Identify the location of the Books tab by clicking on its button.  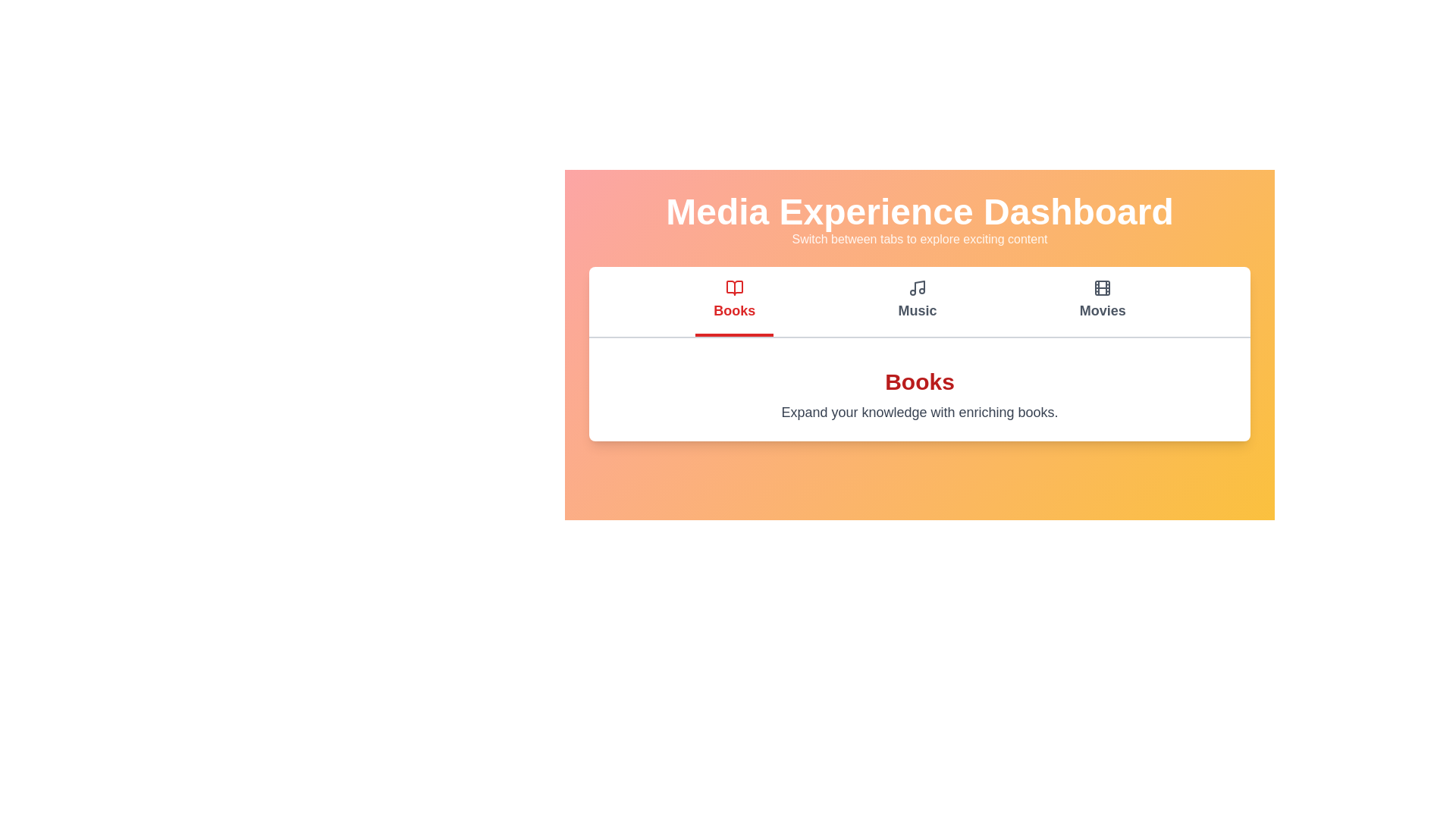
(734, 301).